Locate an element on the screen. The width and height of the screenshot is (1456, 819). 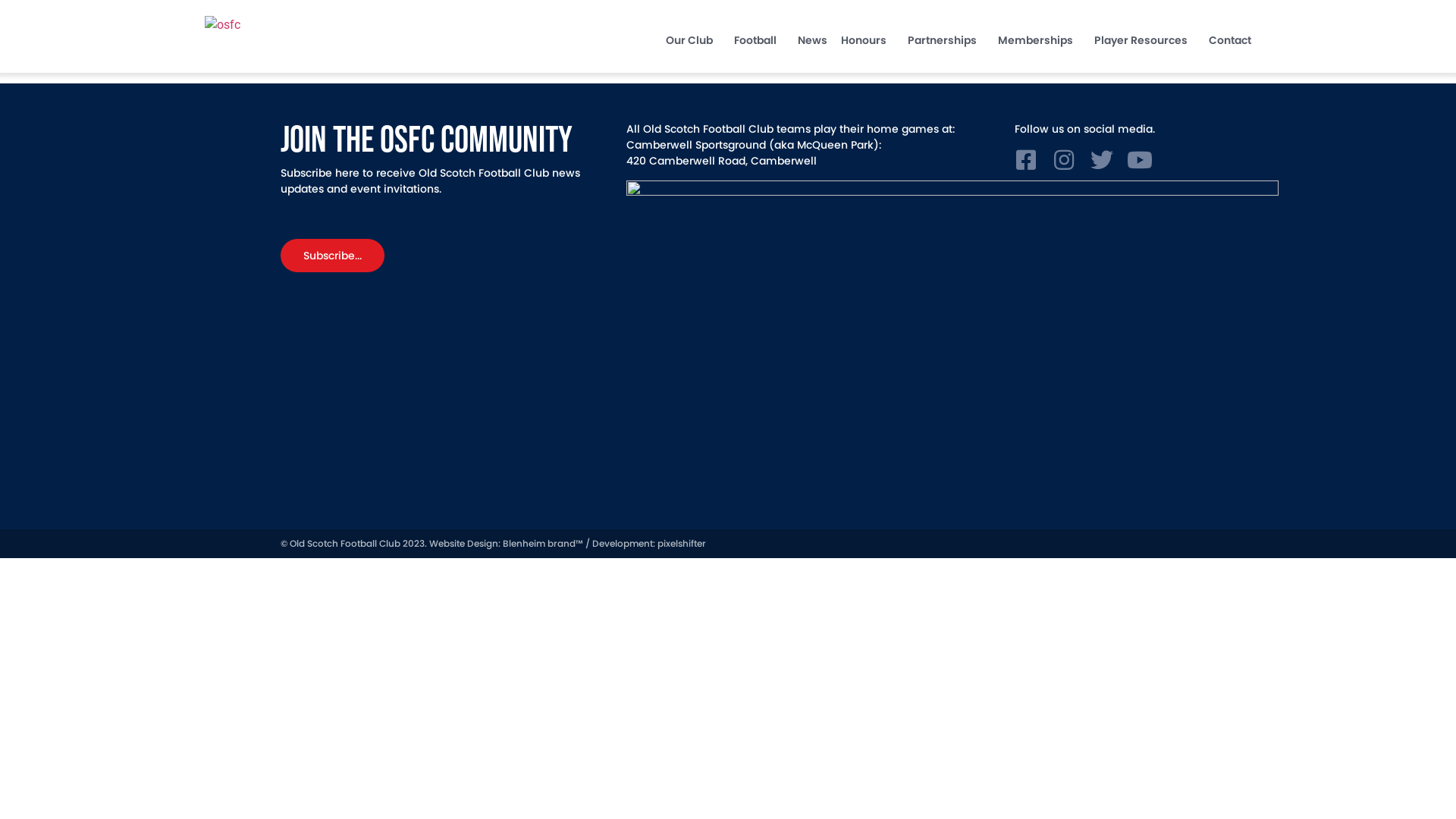
'420 Camberwell Road, Camberwell' is located at coordinates (720, 161).